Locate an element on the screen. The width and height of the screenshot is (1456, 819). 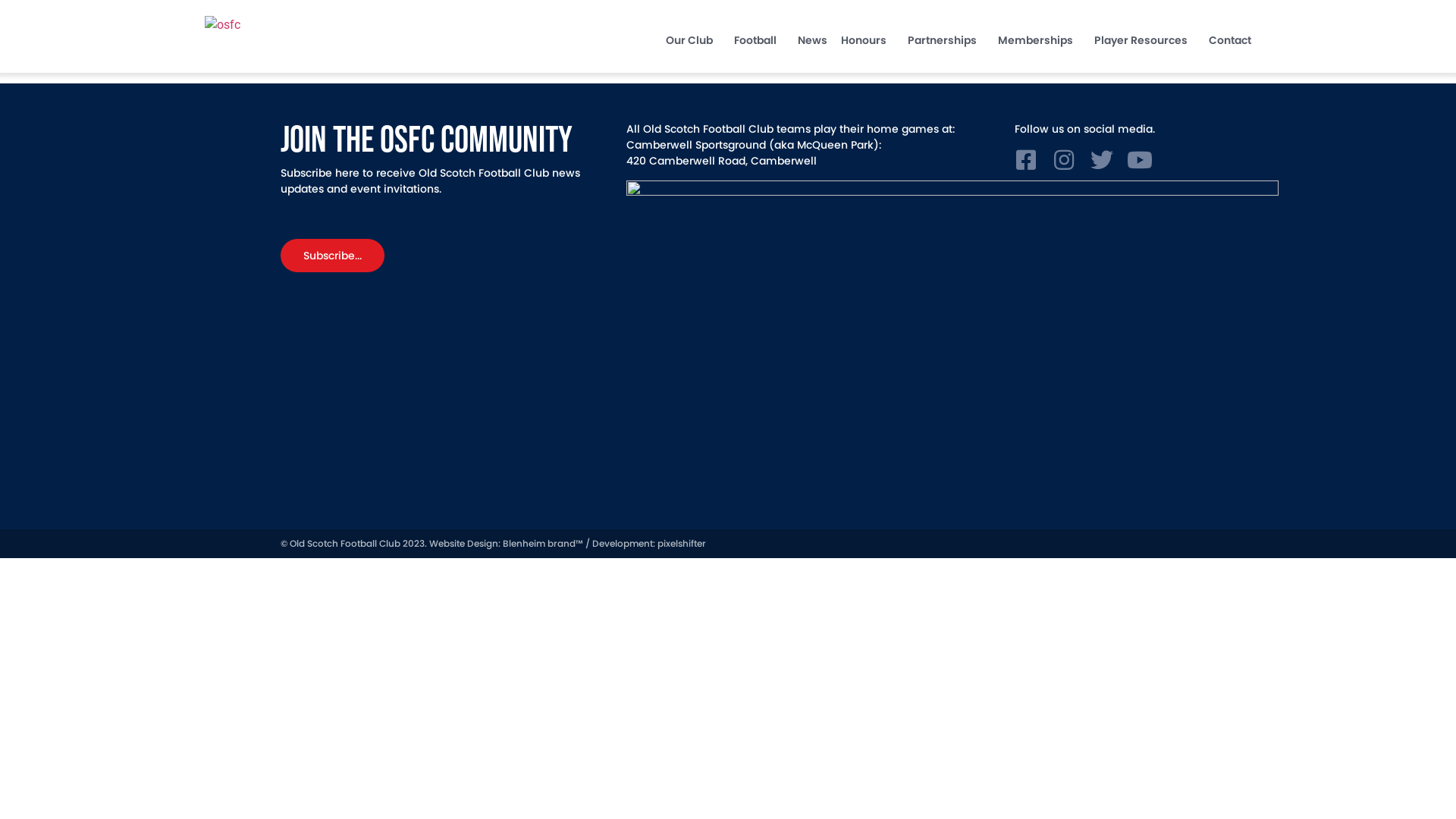
'420 Camberwell Road, Camberwell' is located at coordinates (720, 161).